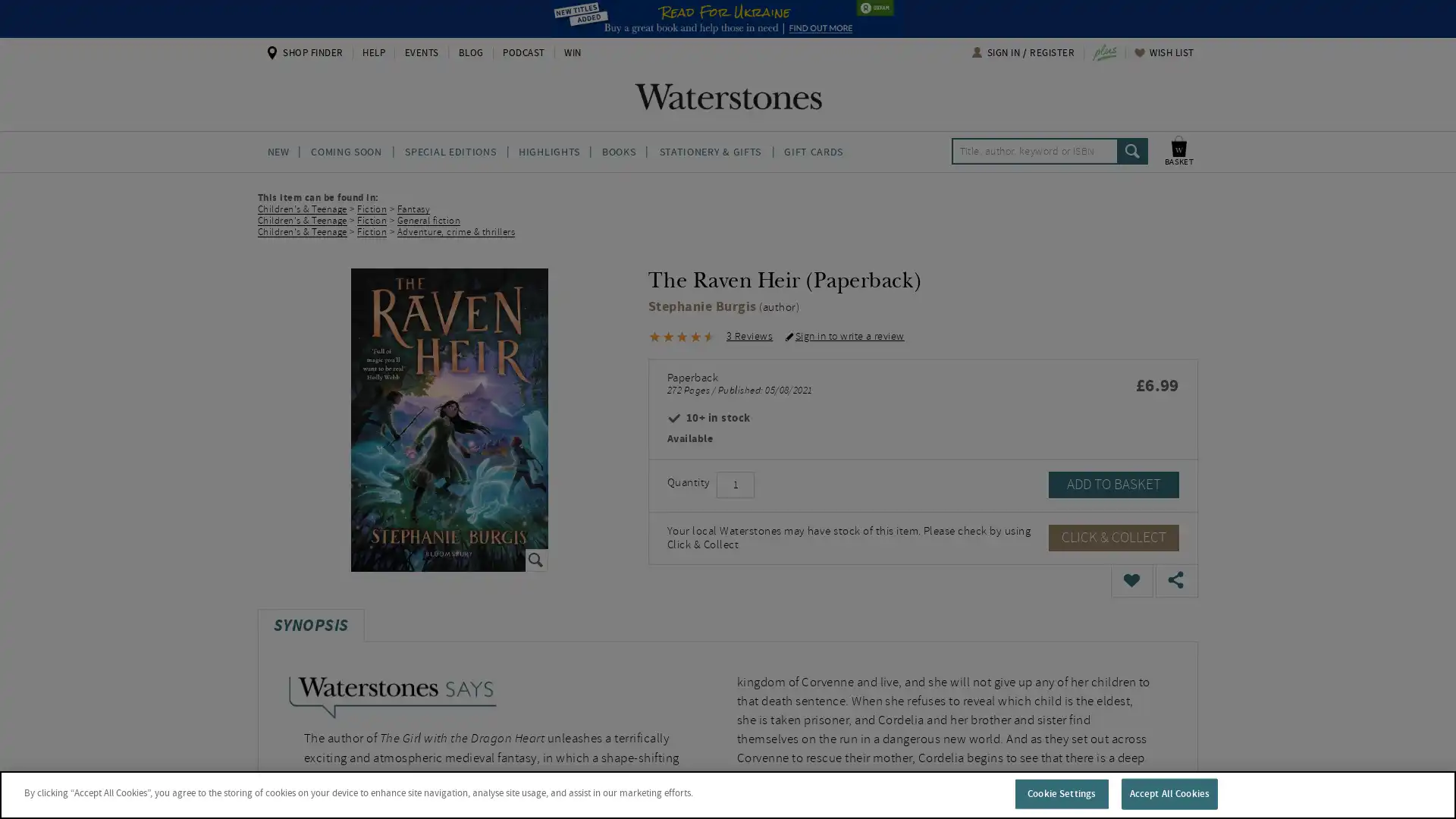 The width and height of the screenshot is (1456, 819). I want to click on CLICK & COLLECT, so click(1113, 537).